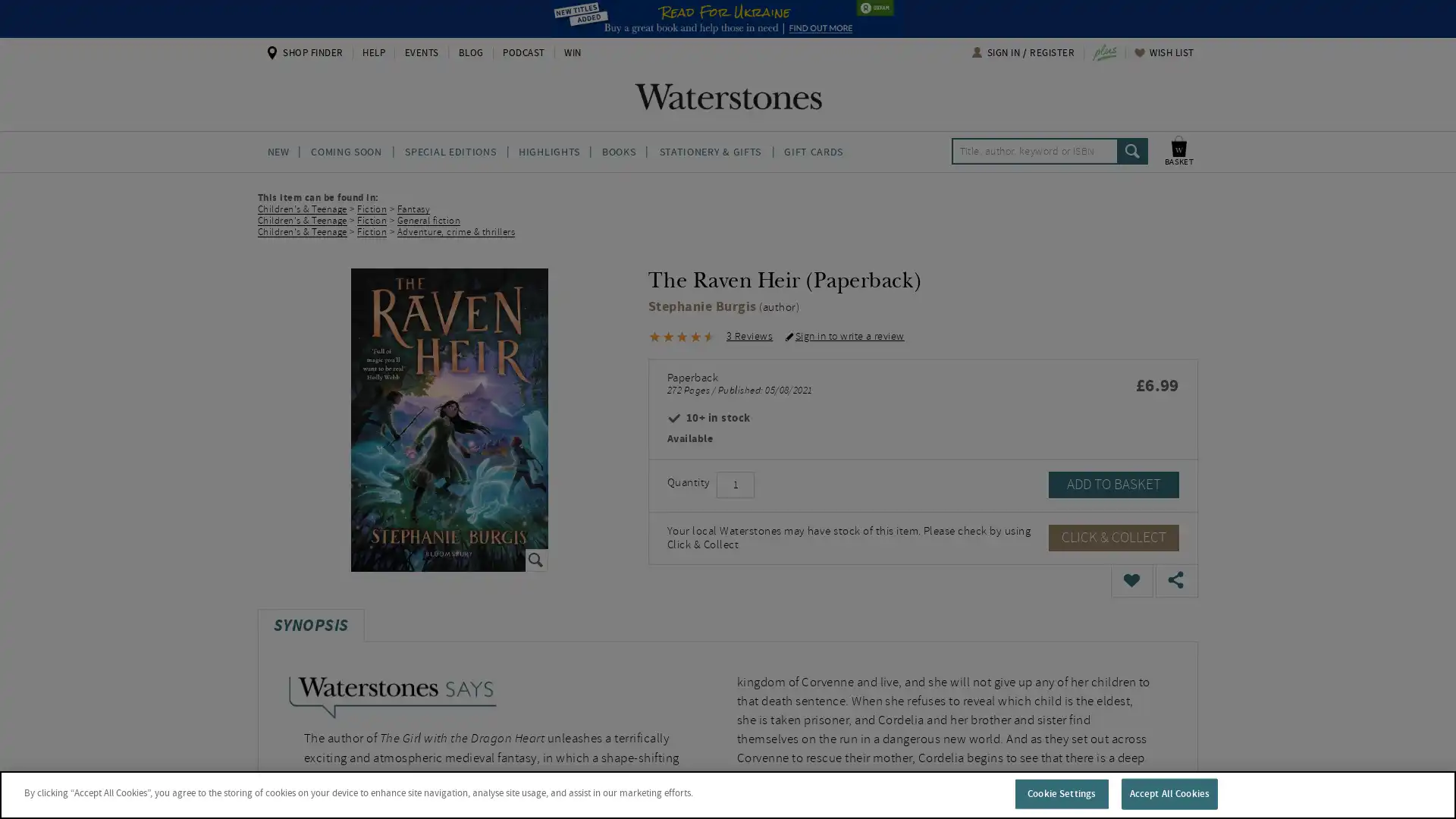 The width and height of the screenshot is (1456, 819). I want to click on CLICK & COLLECT, so click(1113, 537).